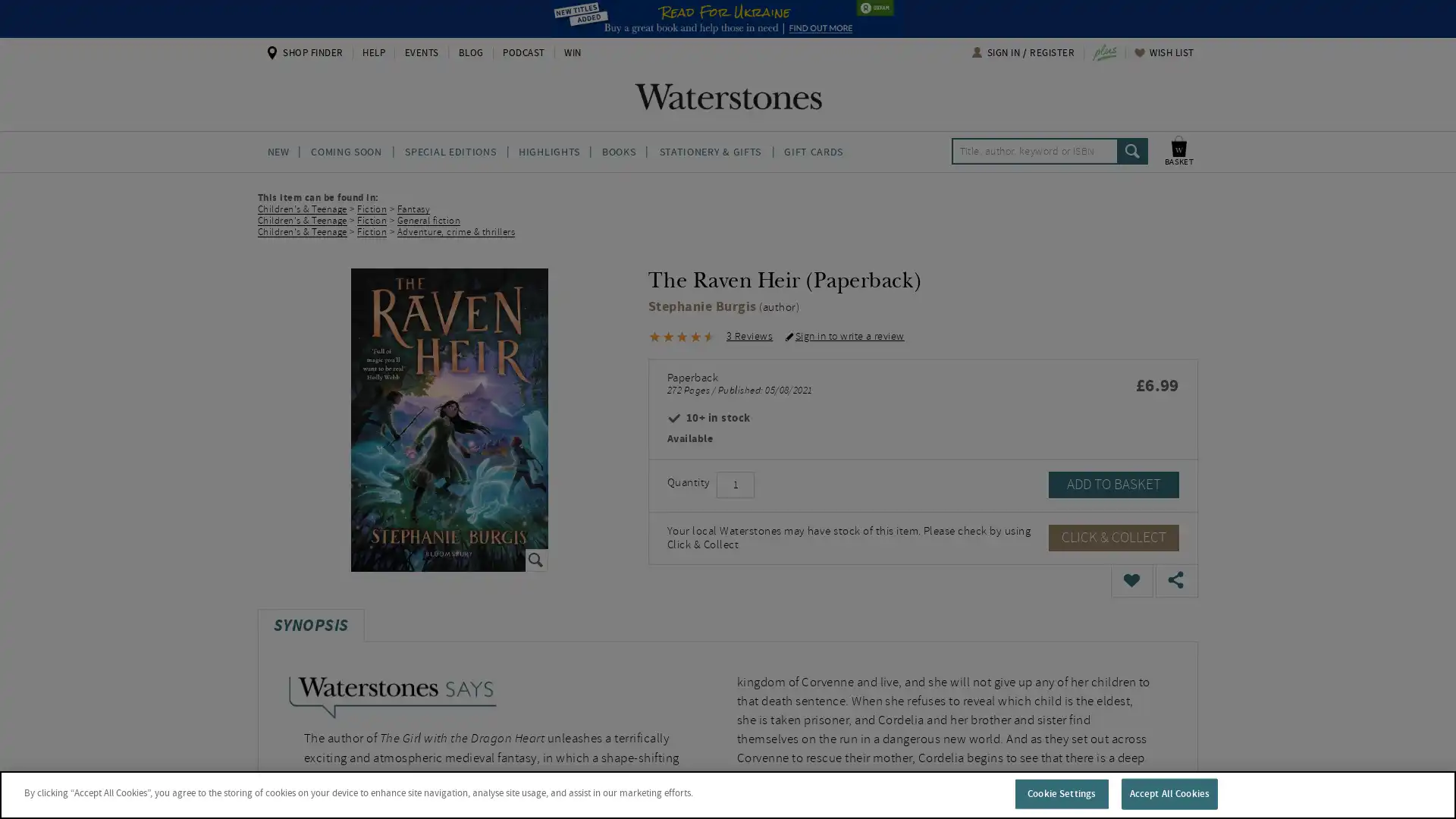 The width and height of the screenshot is (1456, 819). I want to click on CLICK & COLLECT, so click(1113, 537).